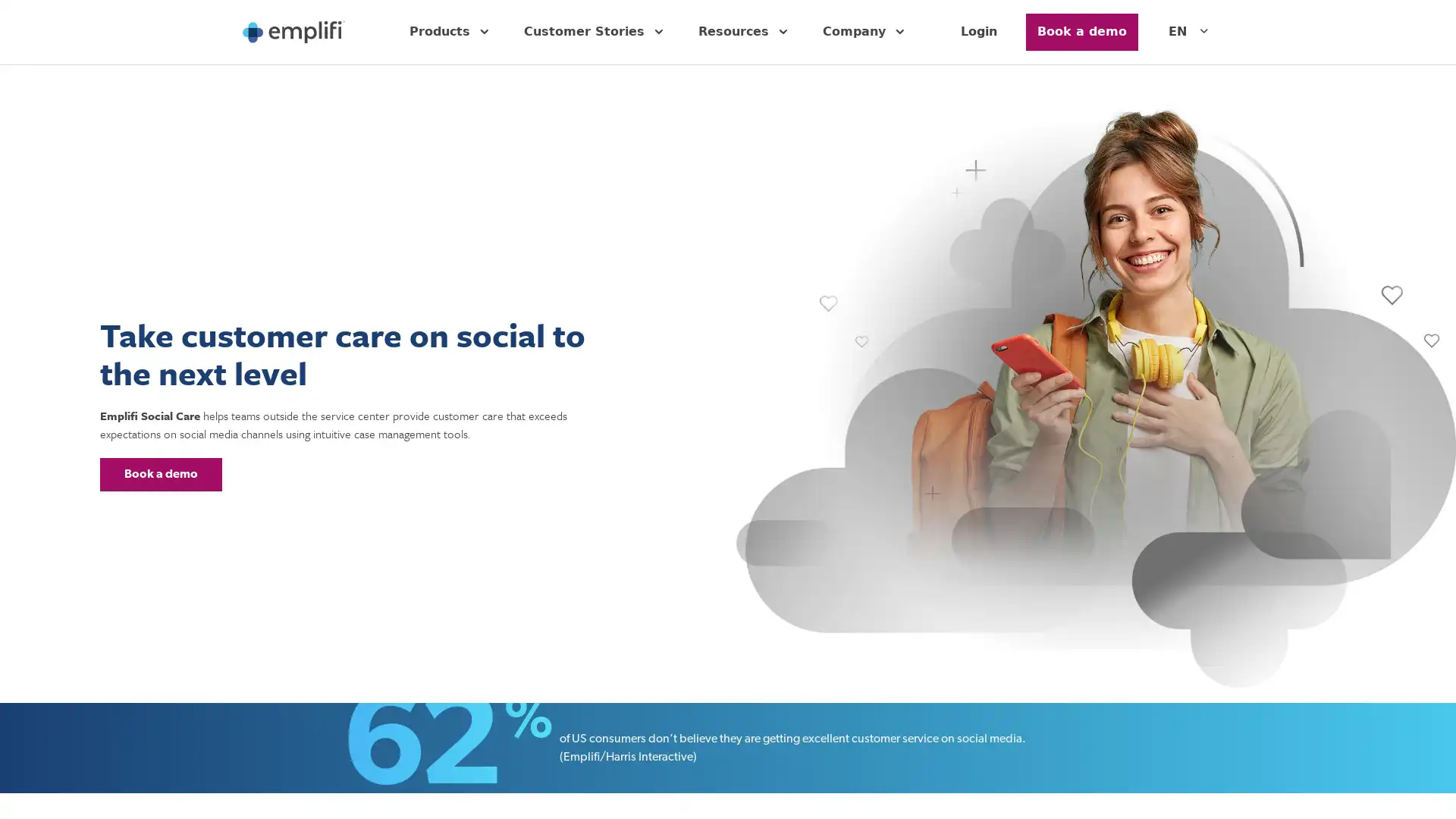 This screenshot has width=1456, height=819. Describe the element at coordinates (161, 472) in the screenshot. I see `Button` at that location.